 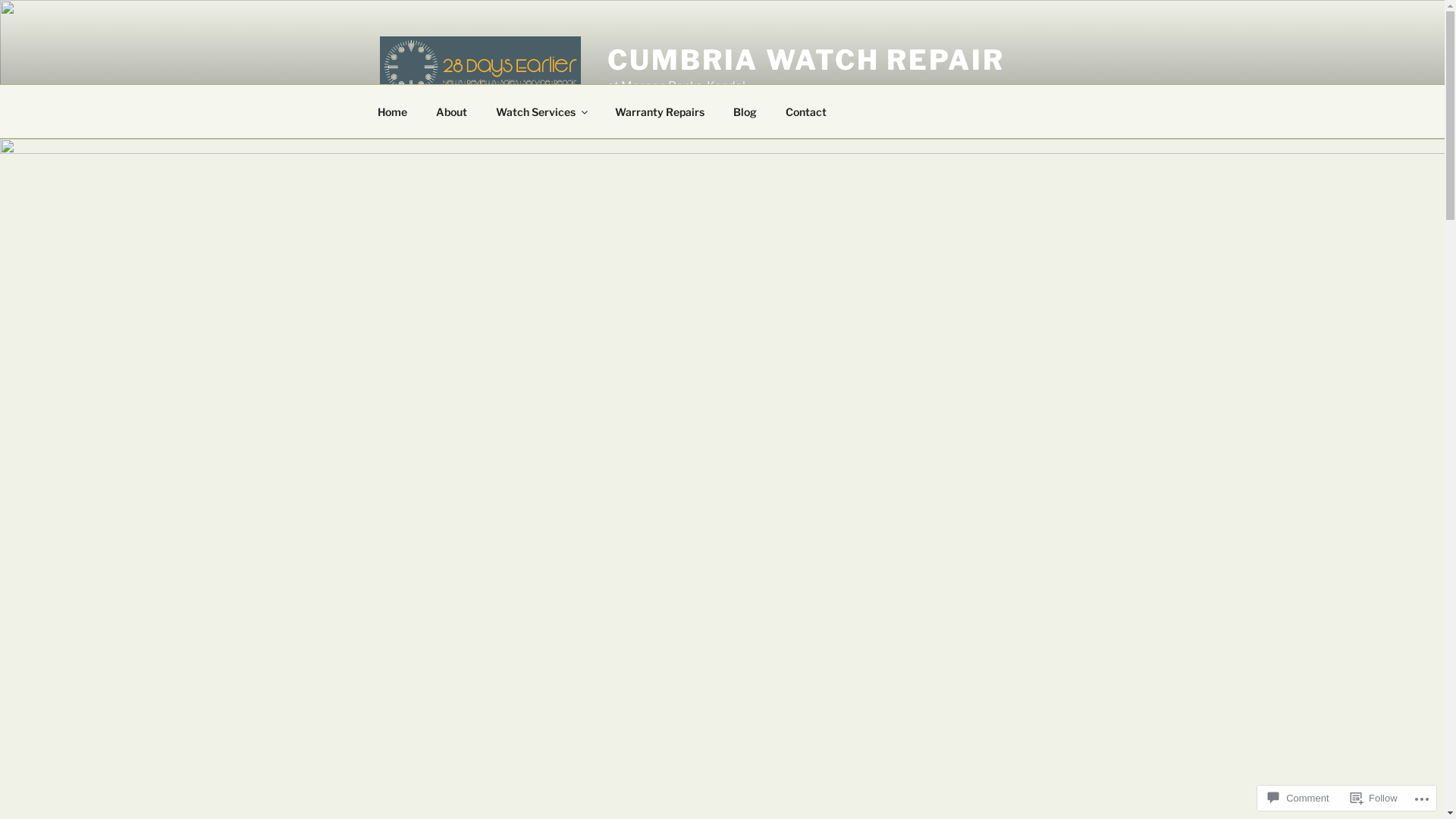 What do you see at coordinates (450, 110) in the screenshot?
I see `'About'` at bounding box center [450, 110].